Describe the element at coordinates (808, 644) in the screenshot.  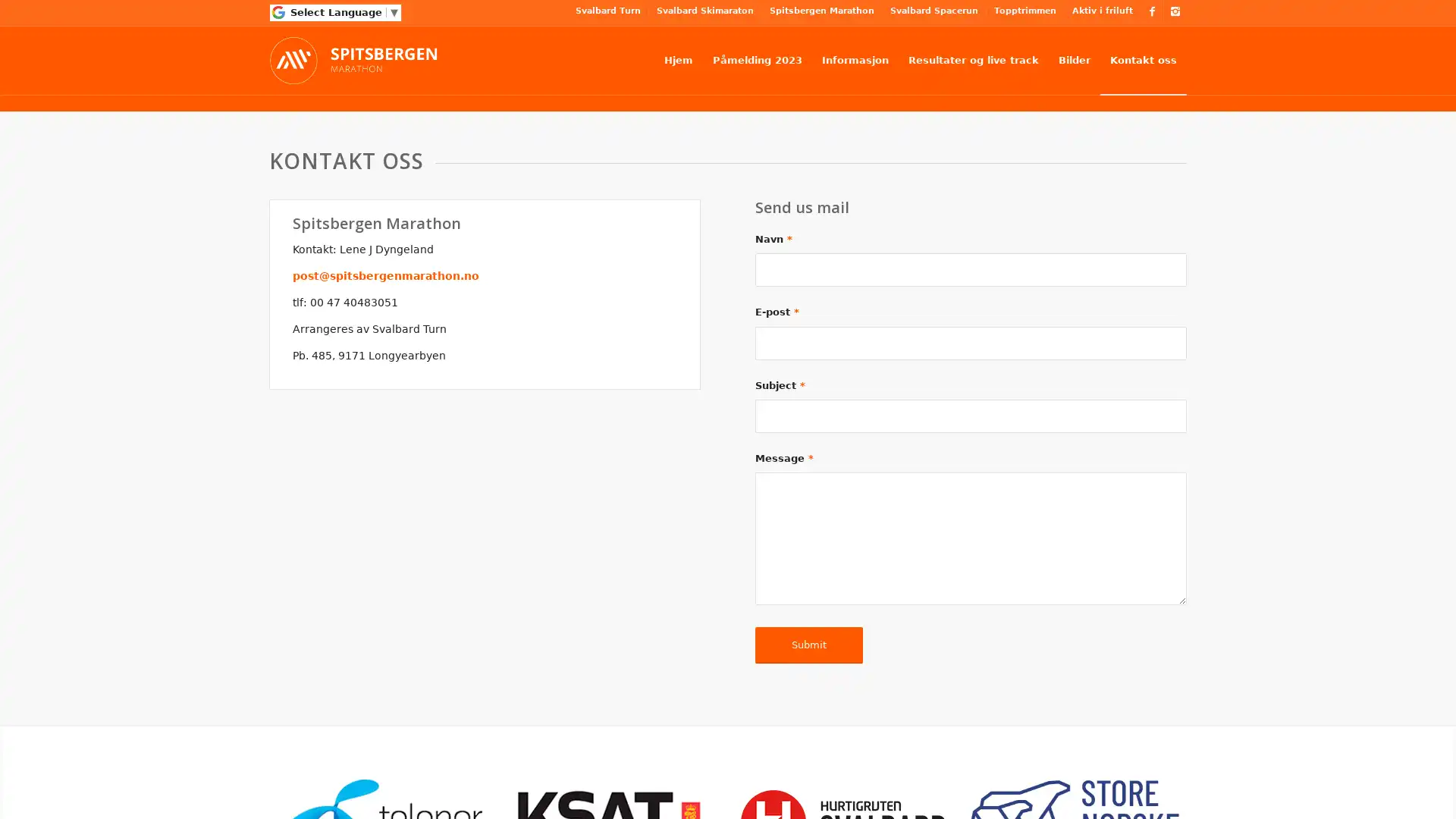
I see `Submit` at that location.